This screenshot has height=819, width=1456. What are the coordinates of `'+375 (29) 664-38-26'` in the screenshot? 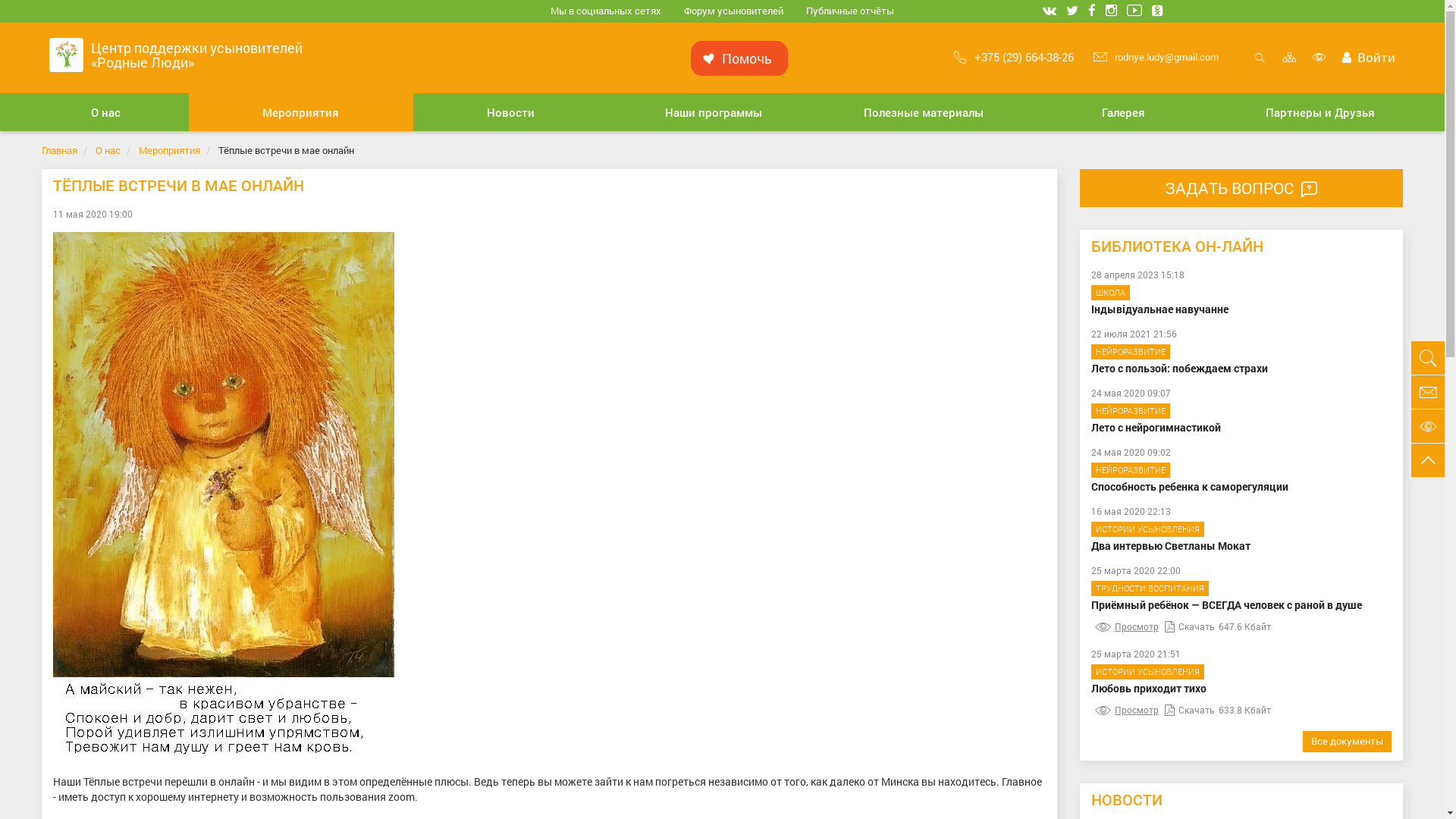 It's located at (1014, 55).